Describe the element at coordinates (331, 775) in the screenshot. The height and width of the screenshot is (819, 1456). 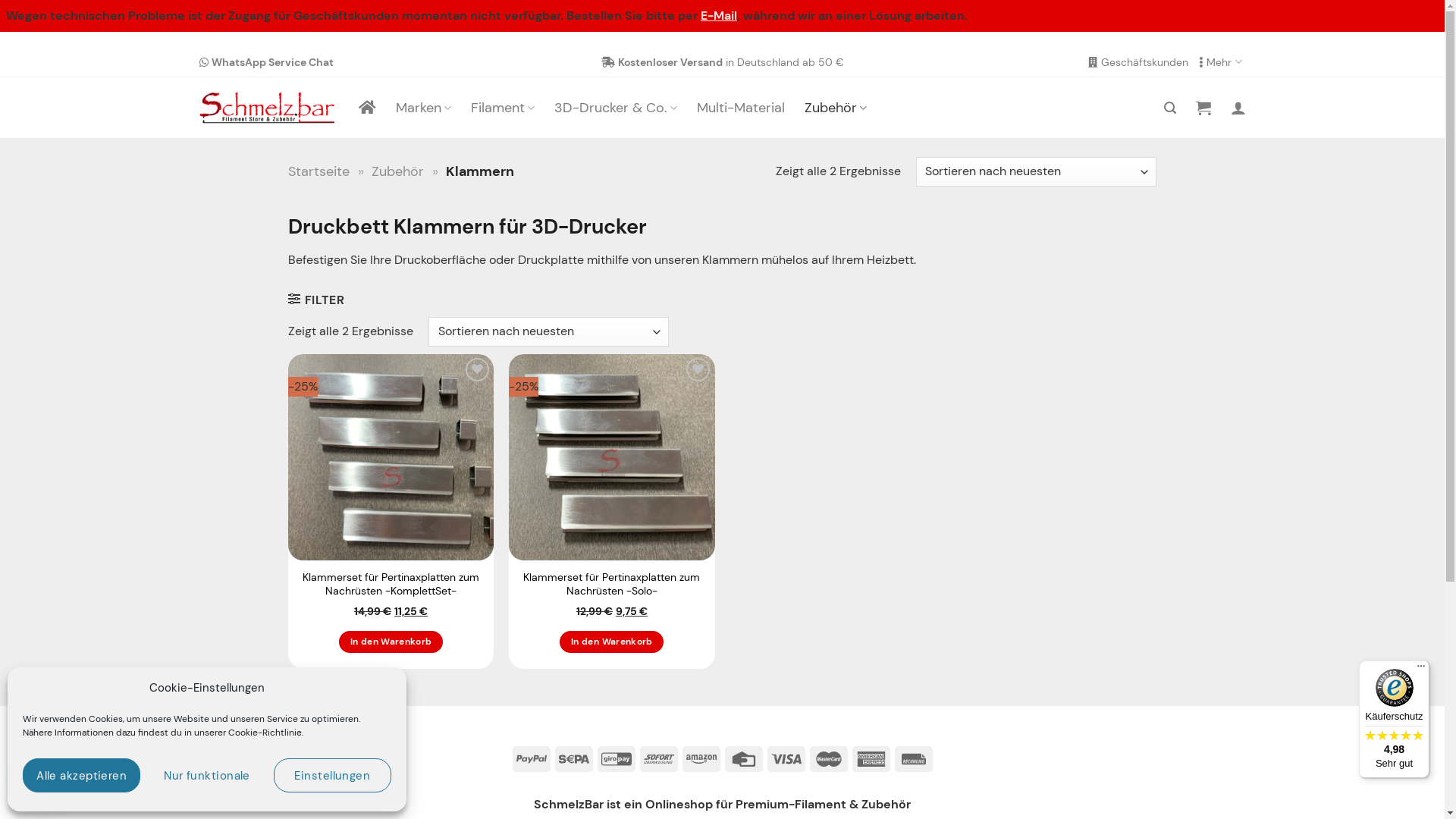
I see `'Einstellungen'` at that location.